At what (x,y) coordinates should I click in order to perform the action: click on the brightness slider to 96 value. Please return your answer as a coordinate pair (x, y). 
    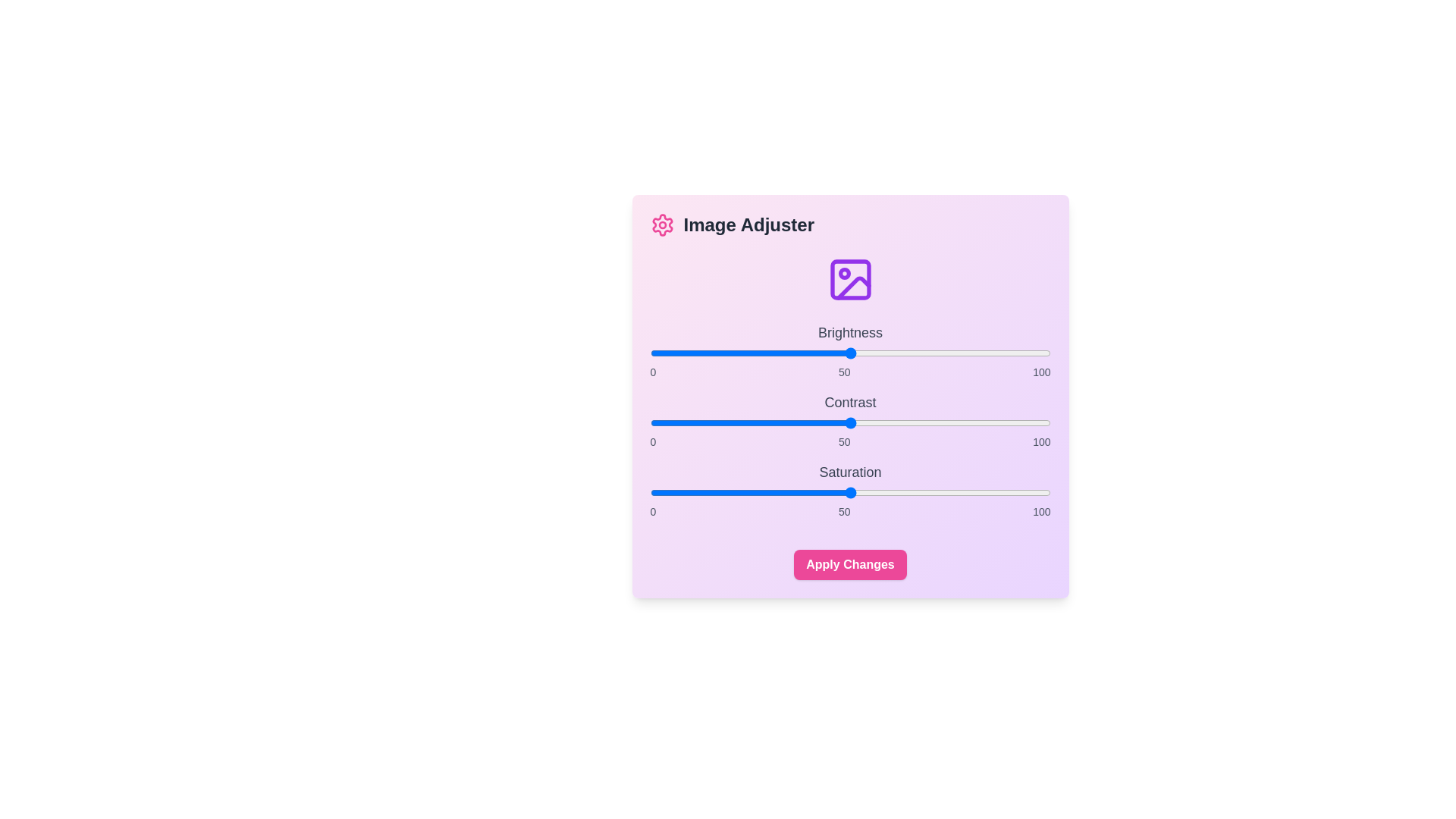
    Looking at the image, I should click on (1034, 353).